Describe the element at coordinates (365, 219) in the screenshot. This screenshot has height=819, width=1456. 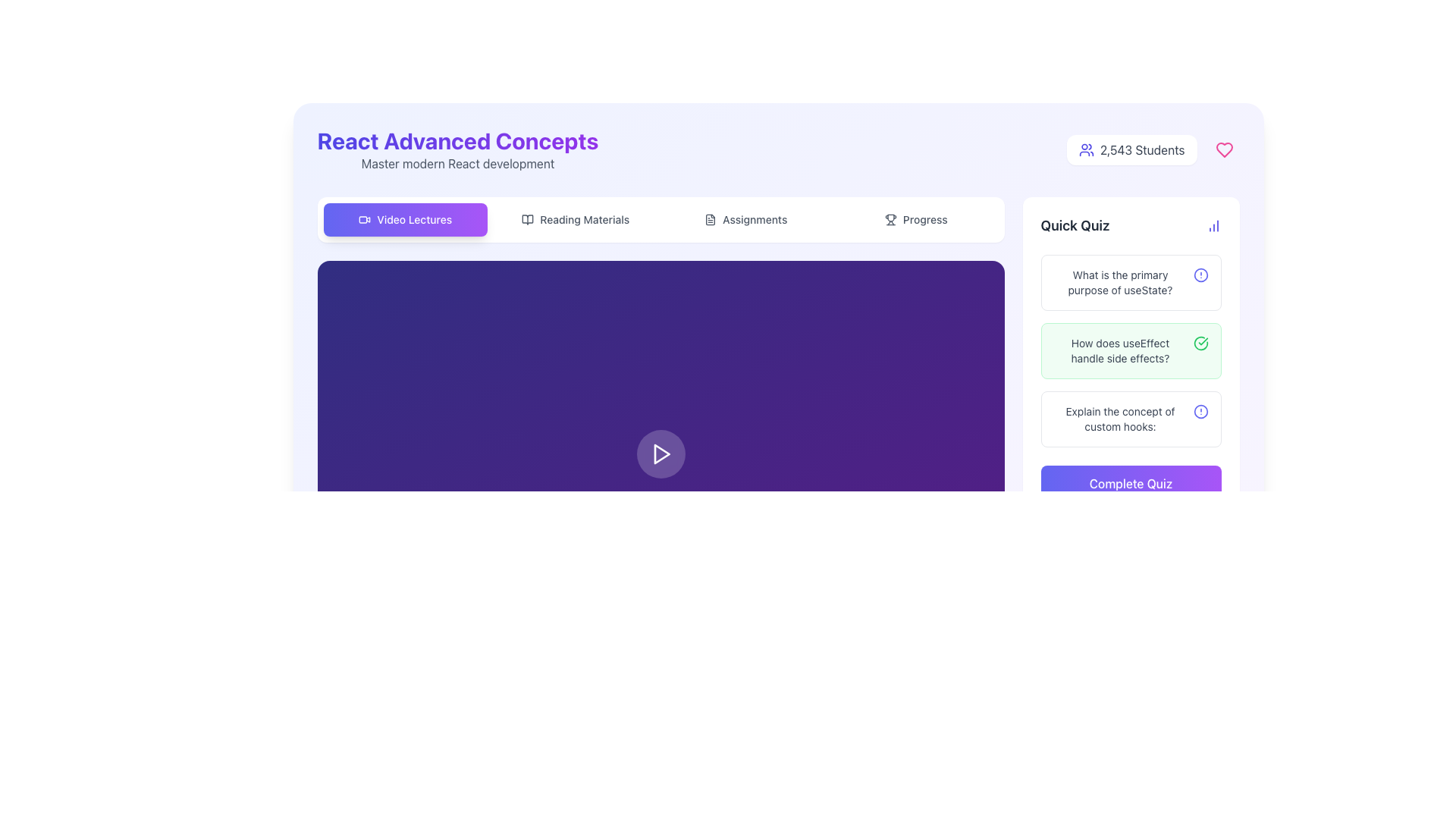
I see `the video icon located at the top-left area of the navigation bar, which is part of the 'Video Lectures' button, to understand its purpose` at that location.